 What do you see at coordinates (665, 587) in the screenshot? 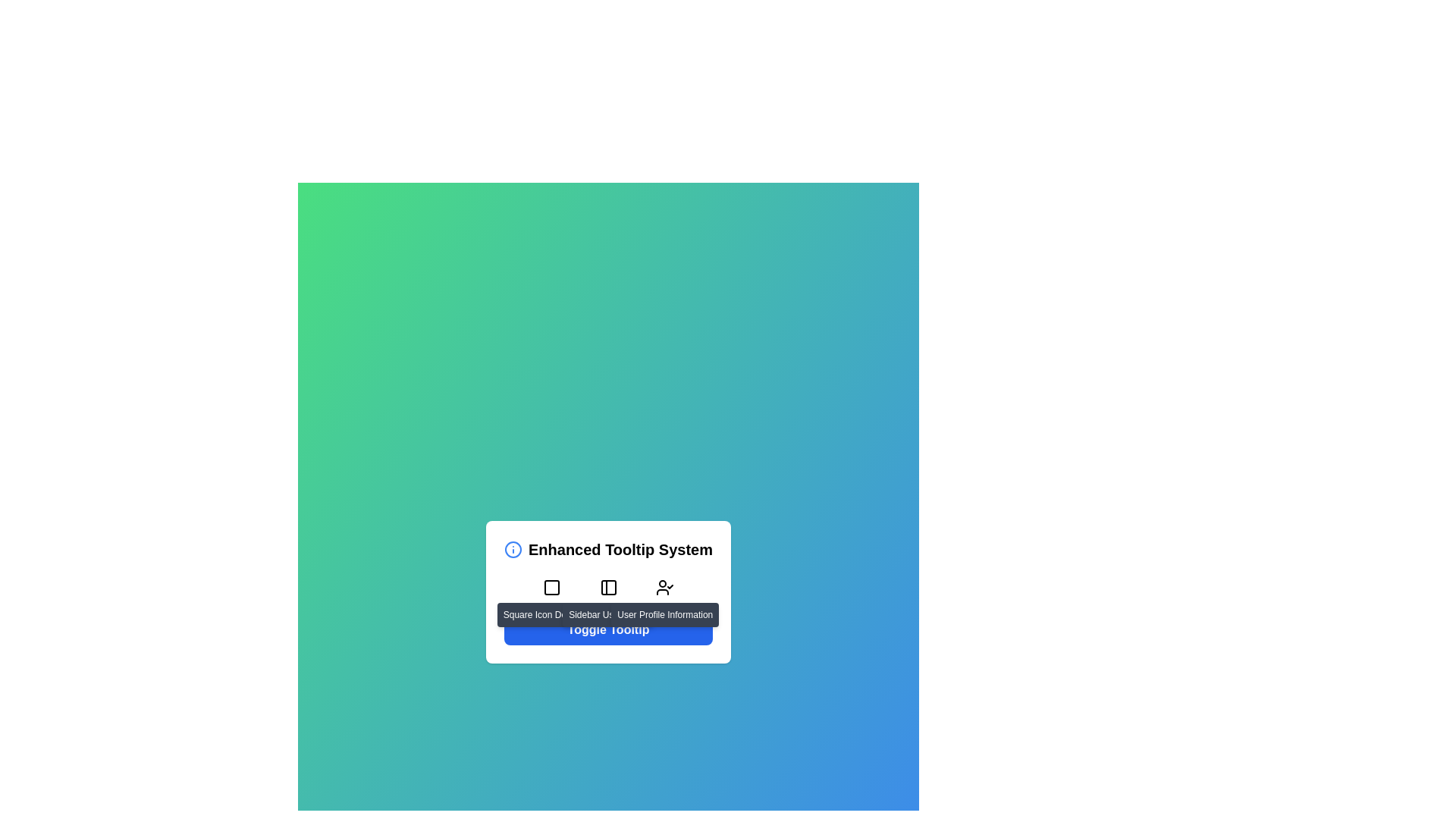
I see `the user profile icon located beneath the 'Enhanced Tooltip System' text, which is the third icon in a horizontal row of three elements` at bounding box center [665, 587].